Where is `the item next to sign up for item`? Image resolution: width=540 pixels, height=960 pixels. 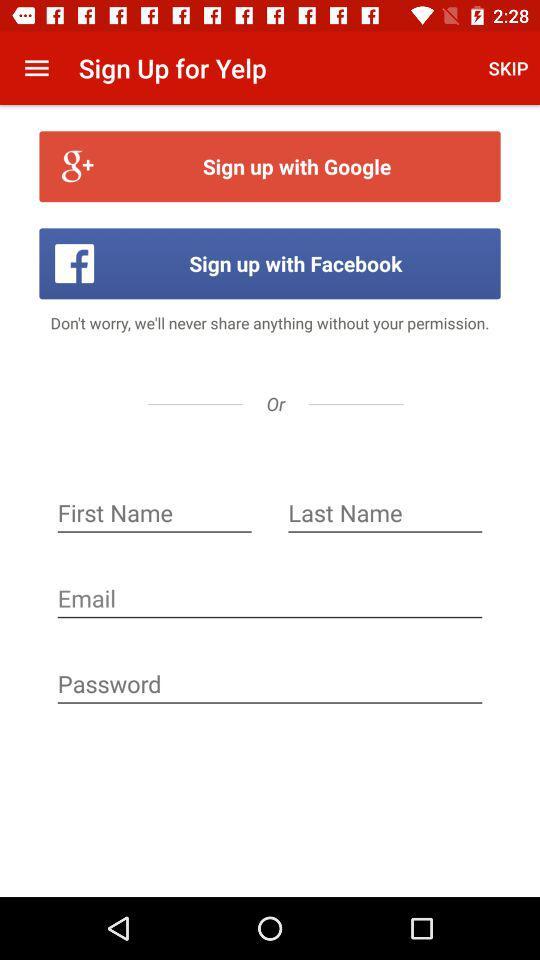 the item next to sign up for item is located at coordinates (508, 68).